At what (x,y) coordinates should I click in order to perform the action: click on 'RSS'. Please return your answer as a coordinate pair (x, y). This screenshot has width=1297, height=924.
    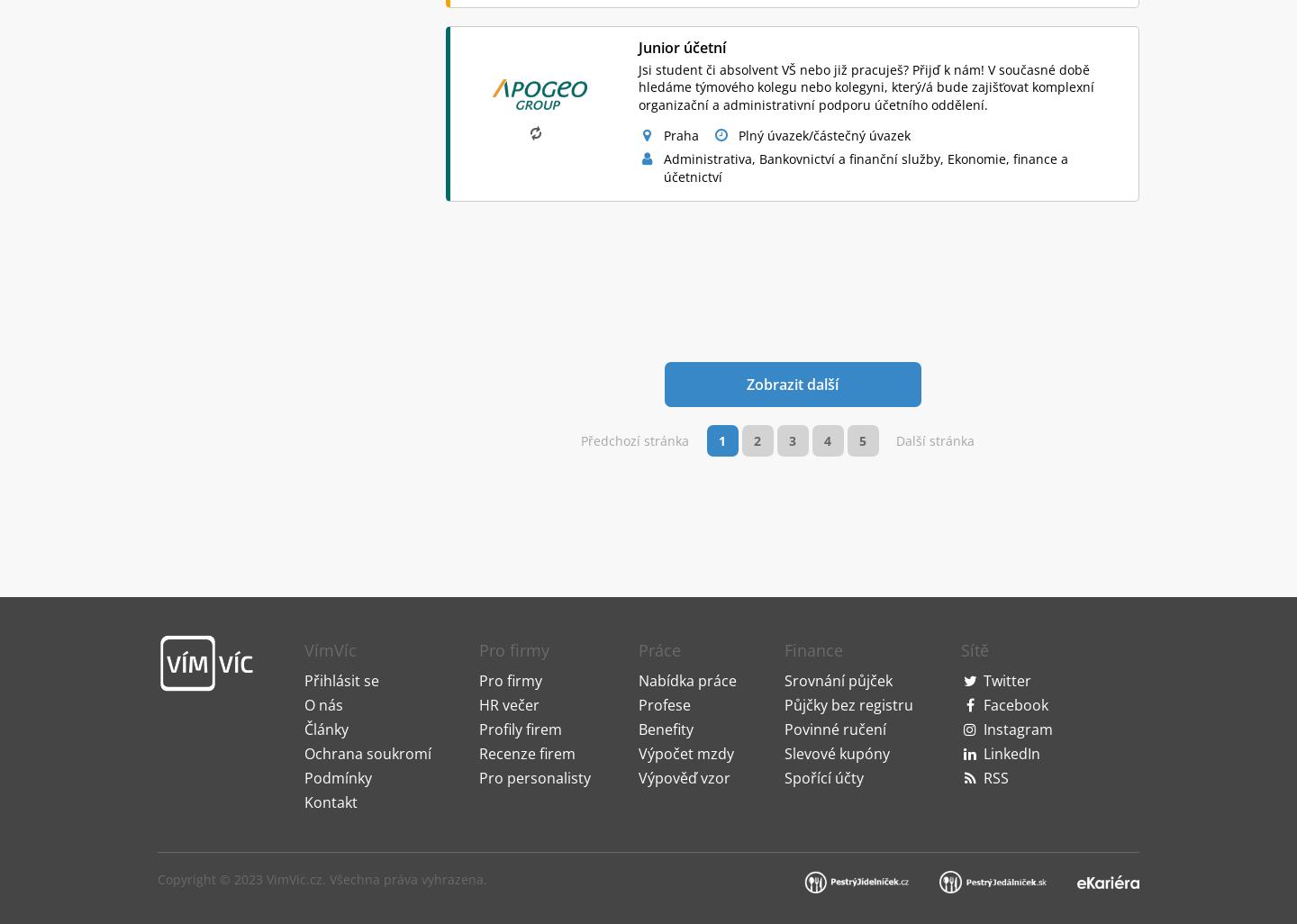
    Looking at the image, I should click on (981, 570).